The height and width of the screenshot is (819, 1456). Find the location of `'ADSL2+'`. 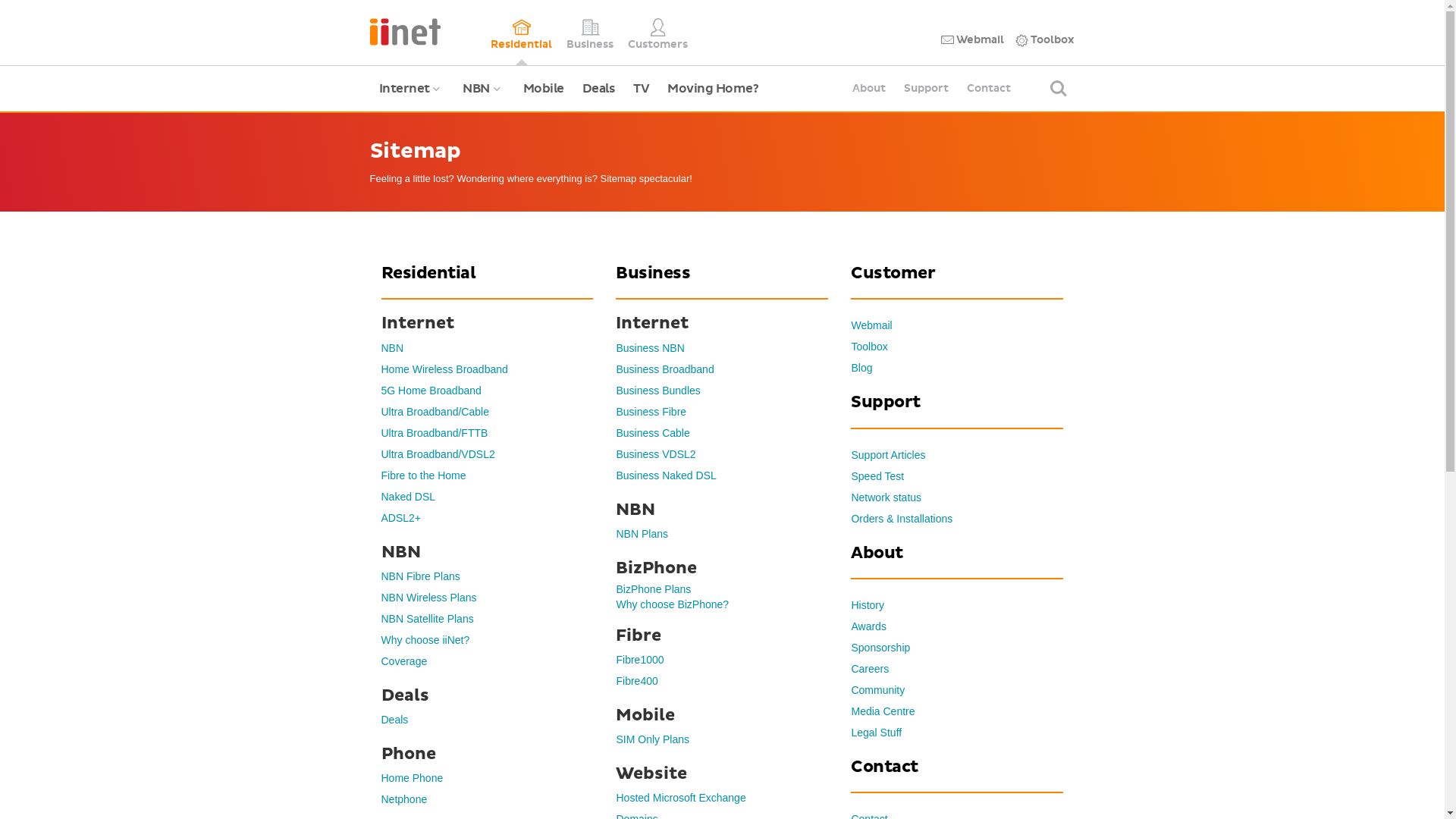

'ADSL2+' is located at coordinates (400, 516).